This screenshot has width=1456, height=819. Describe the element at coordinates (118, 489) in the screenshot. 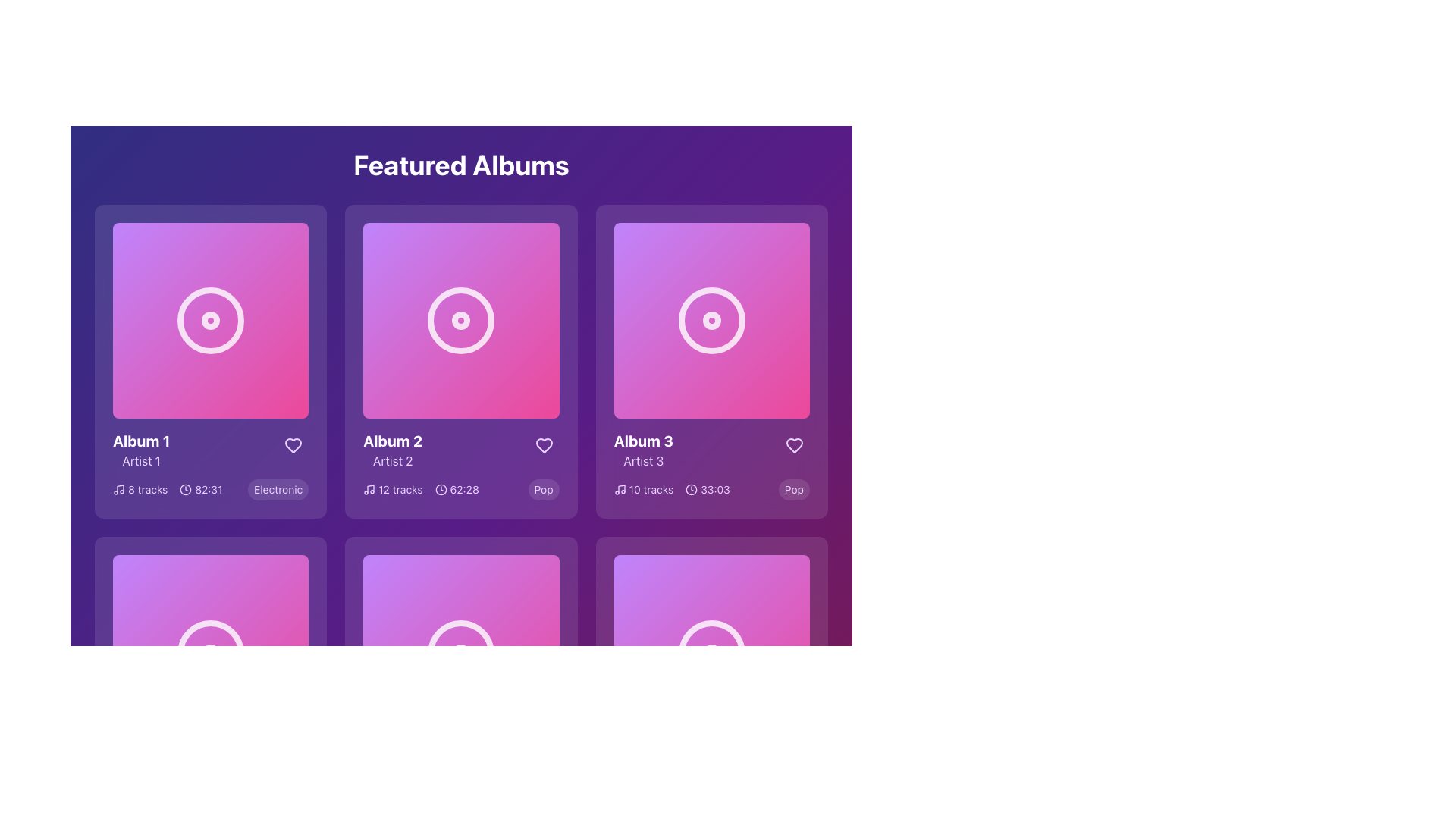

I see `the appearance of the music tracks icon located in the lower-left corner of the 'Album 1' card, adjacent to the text '8 tracks'` at that location.